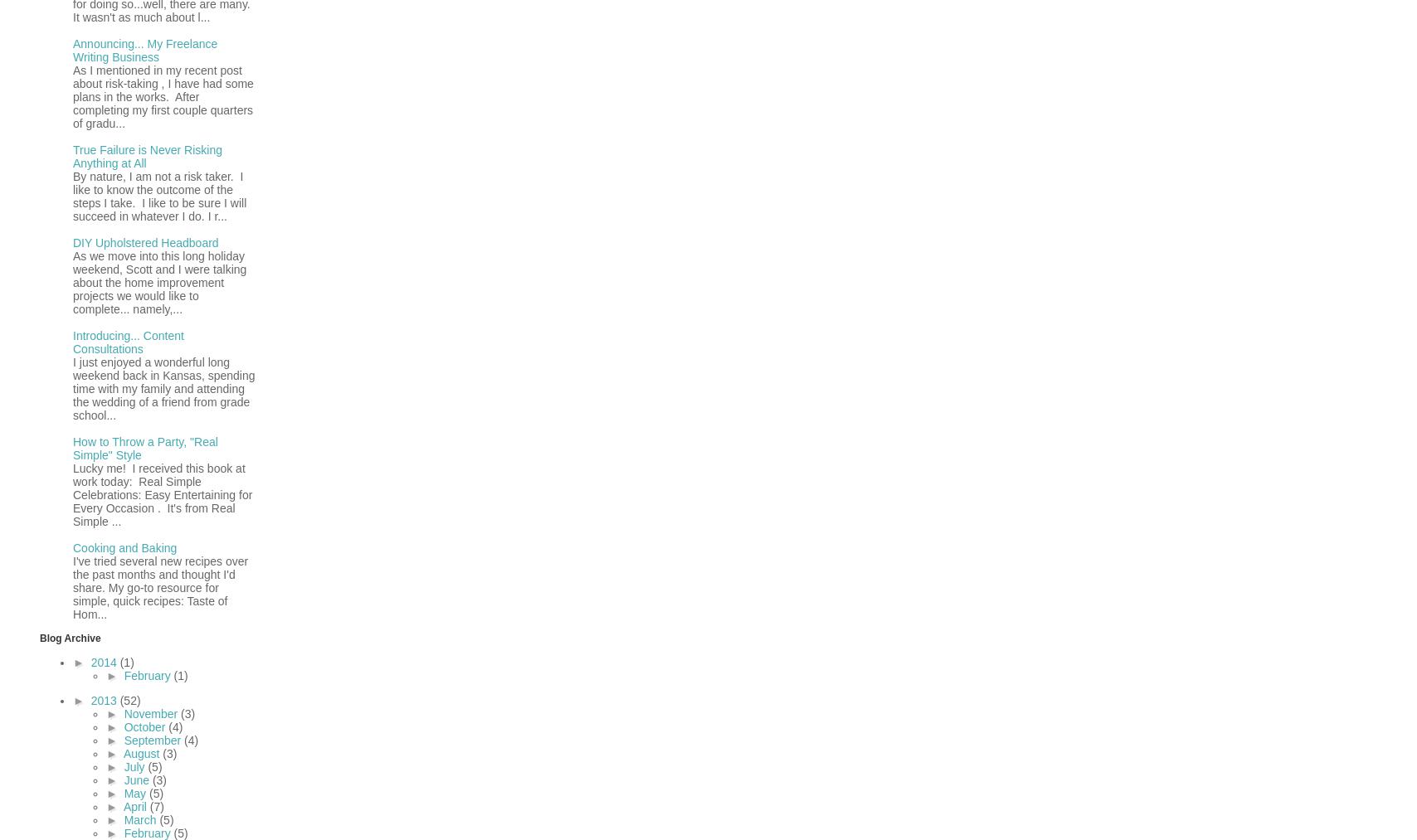 Image resolution: width=1417 pixels, height=840 pixels. I want to click on '2014', so click(105, 662).